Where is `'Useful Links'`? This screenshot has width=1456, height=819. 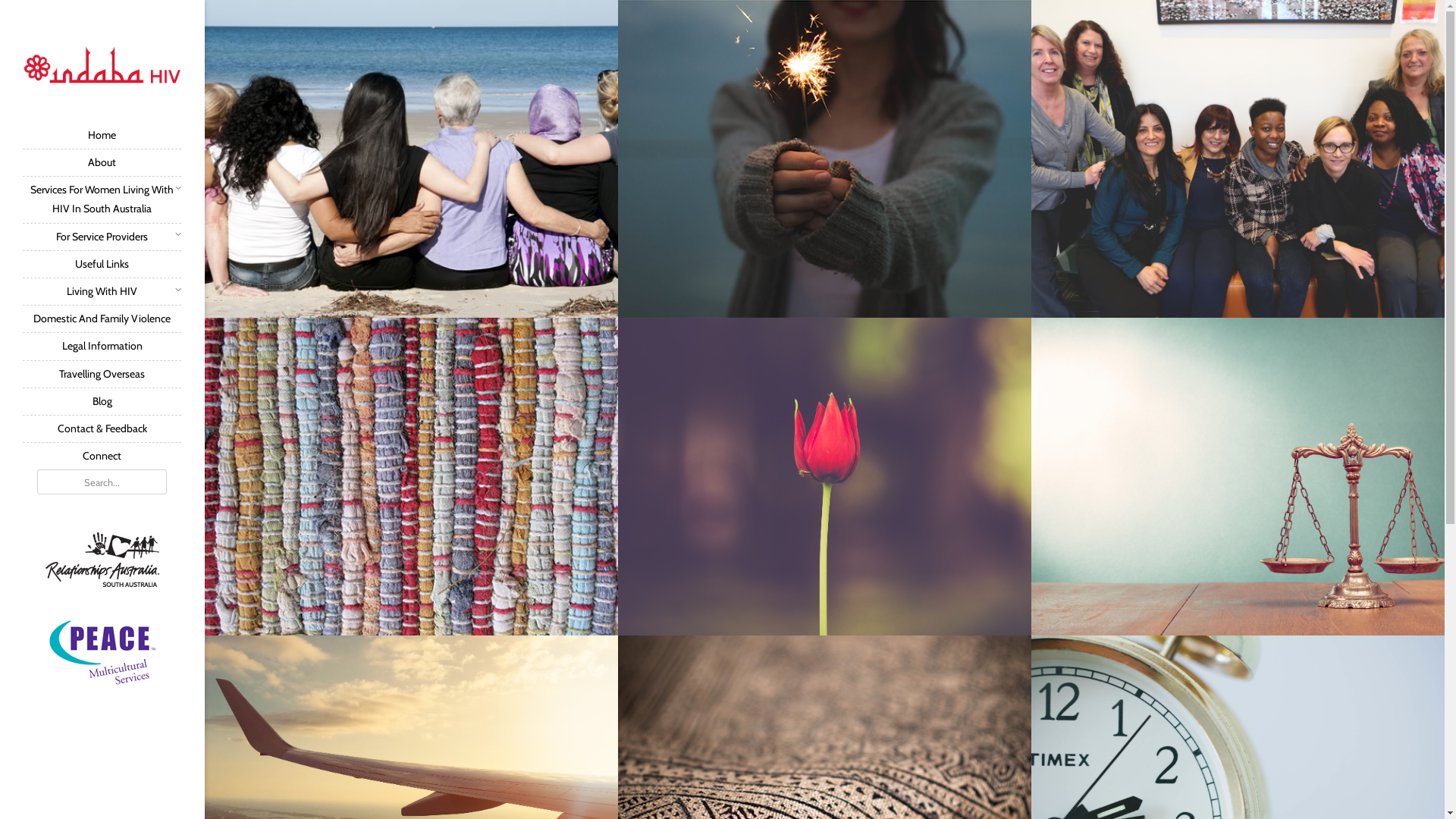 'Useful Links' is located at coordinates (101, 262).